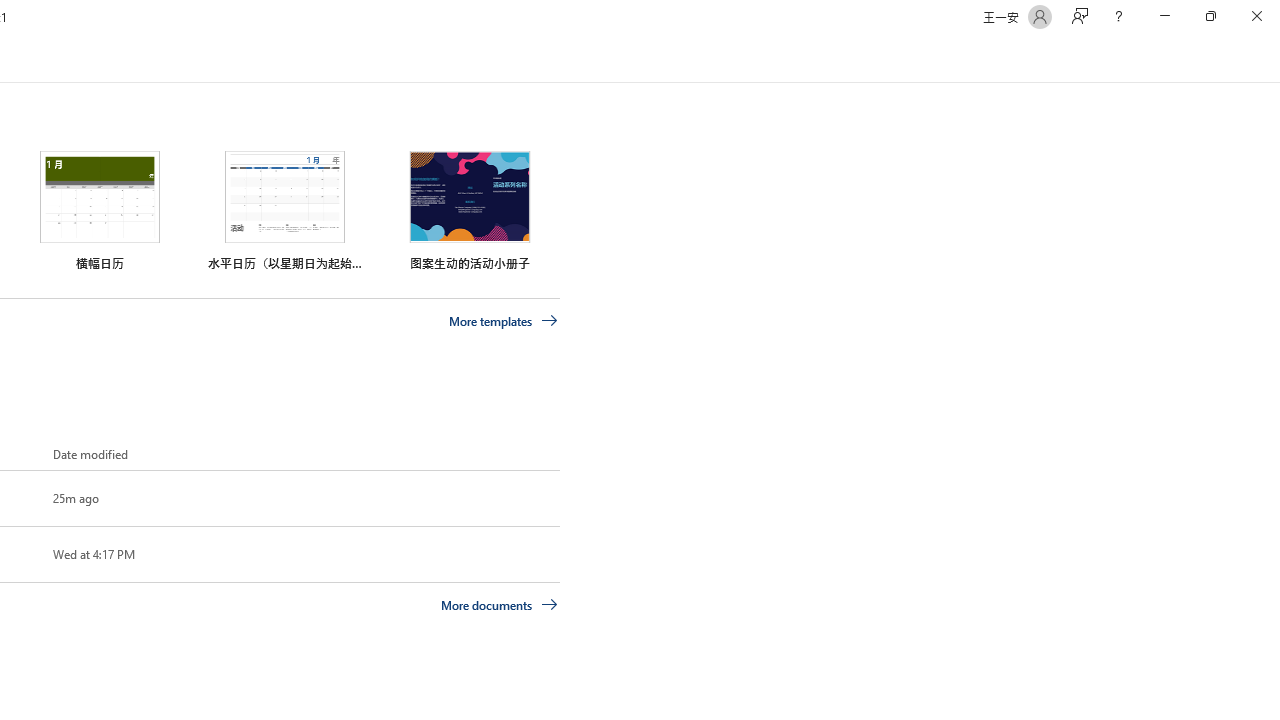 This screenshot has width=1280, height=720. What do you see at coordinates (1117, 16) in the screenshot?
I see `'Help'` at bounding box center [1117, 16].